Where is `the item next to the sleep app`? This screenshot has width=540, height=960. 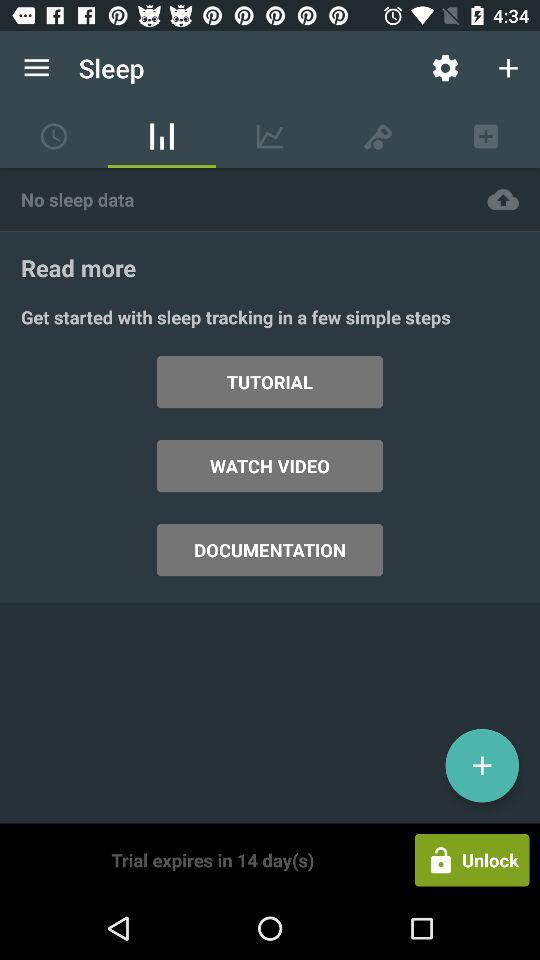
the item next to the sleep app is located at coordinates (445, 68).